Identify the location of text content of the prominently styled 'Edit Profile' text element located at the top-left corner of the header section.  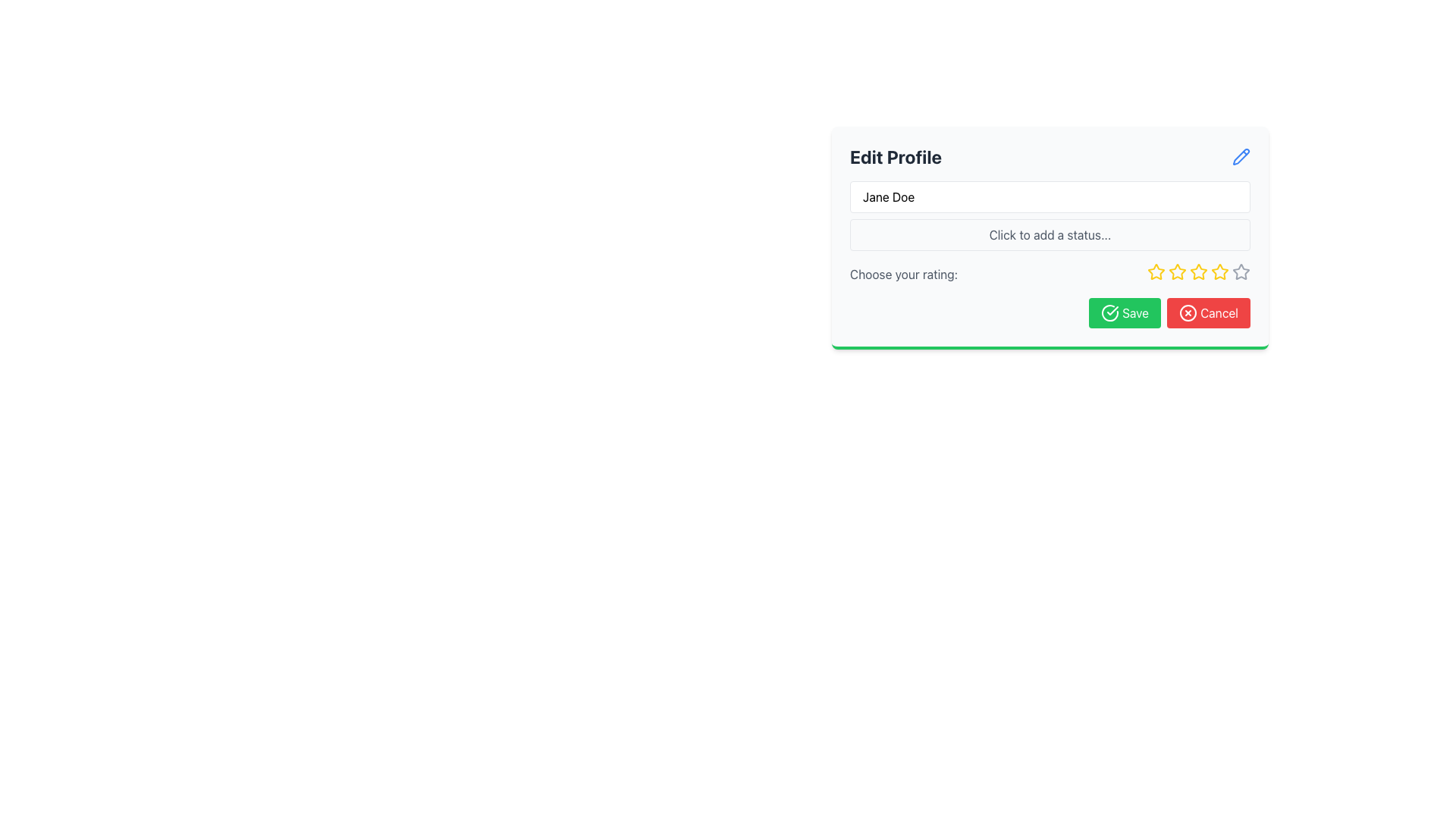
(896, 157).